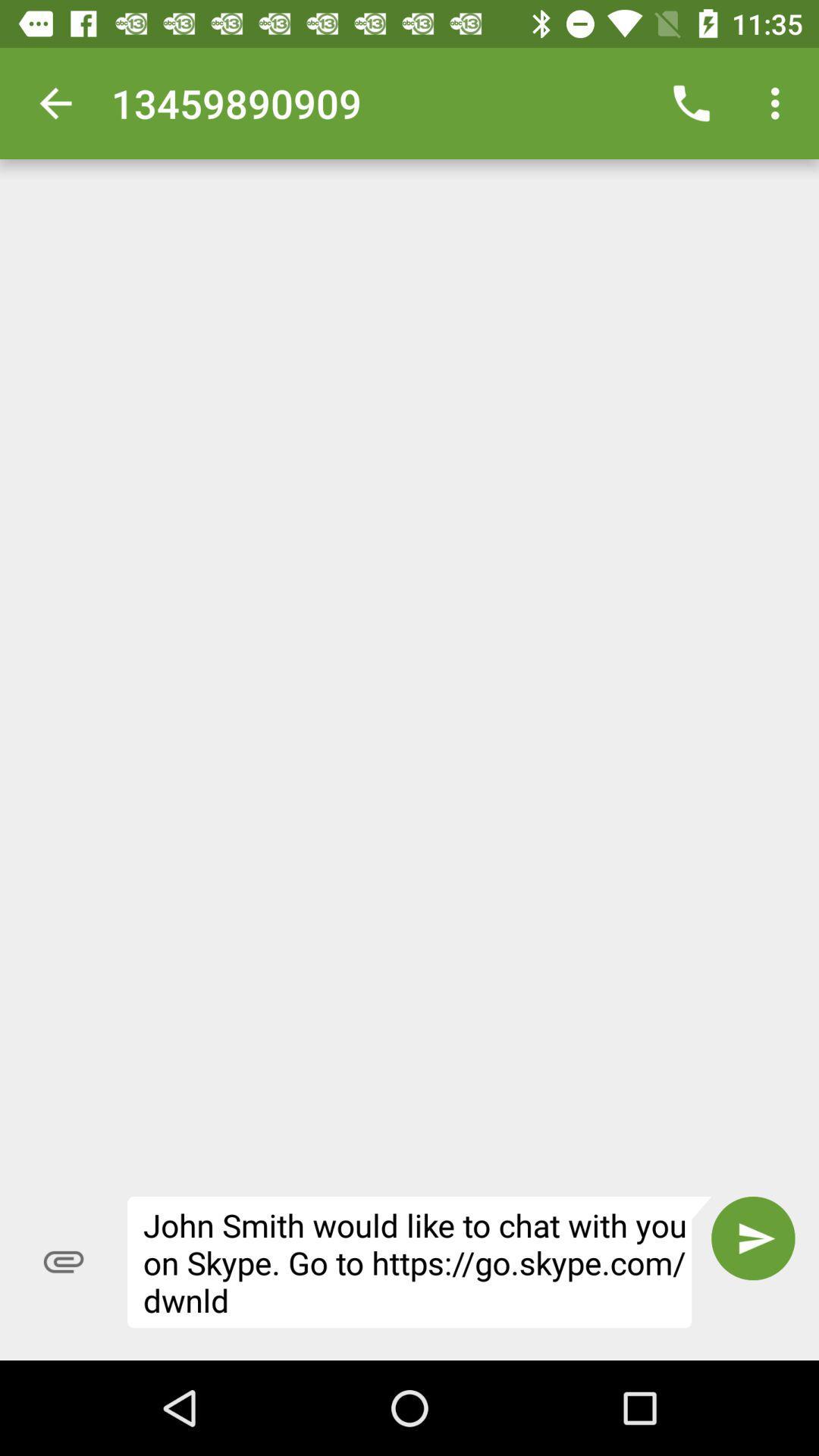 This screenshot has width=819, height=1456. What do you see at coordinates (753, 1238) in the screenshot?
I see `the send icon` at bounding box center [753, 1238].